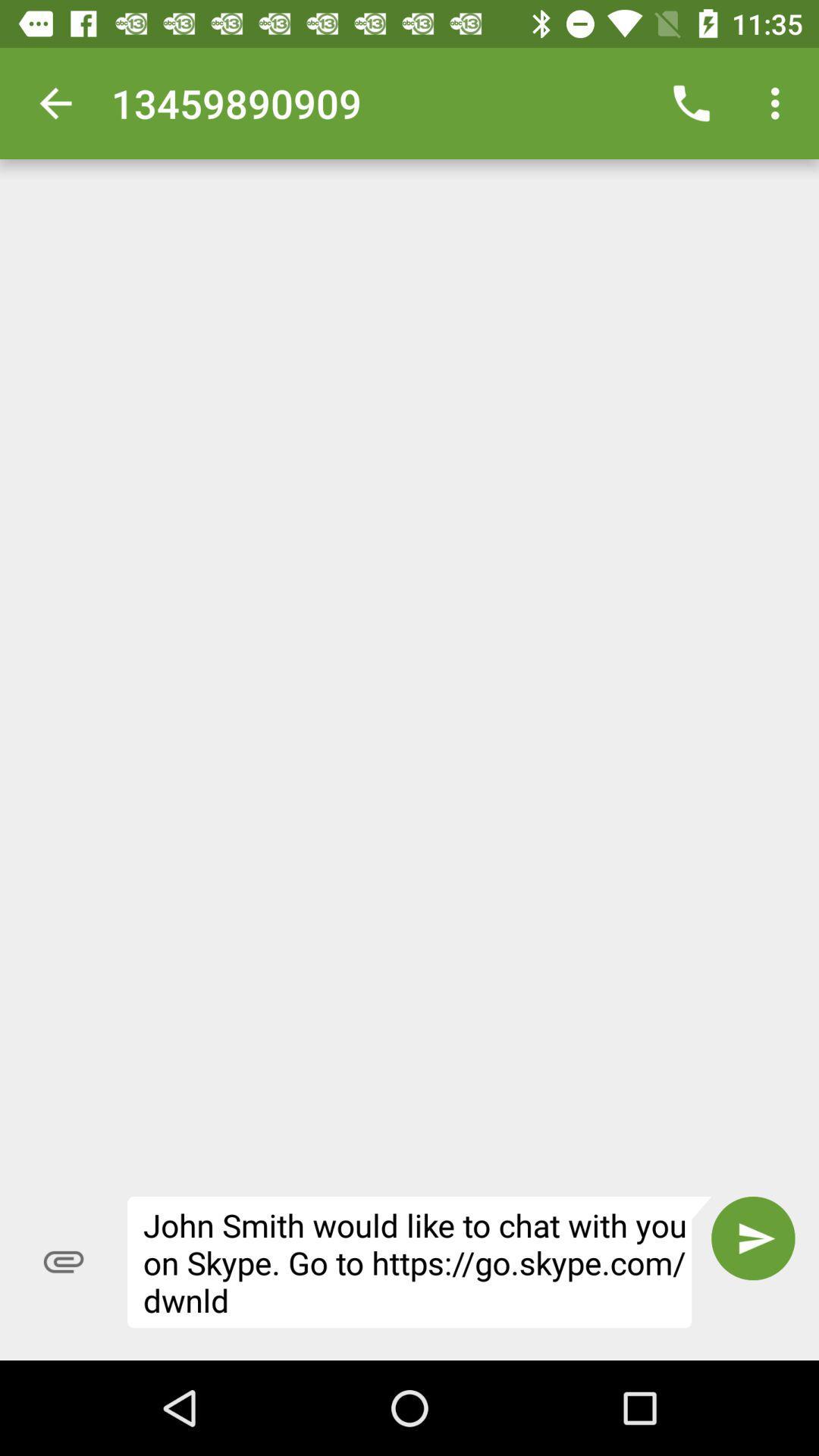 This screenshot has width=819, height=1456. What do you see at coordinates (753, 1238) in the screenshot?
I see `the send icon` at bounding box center [753, 1238].